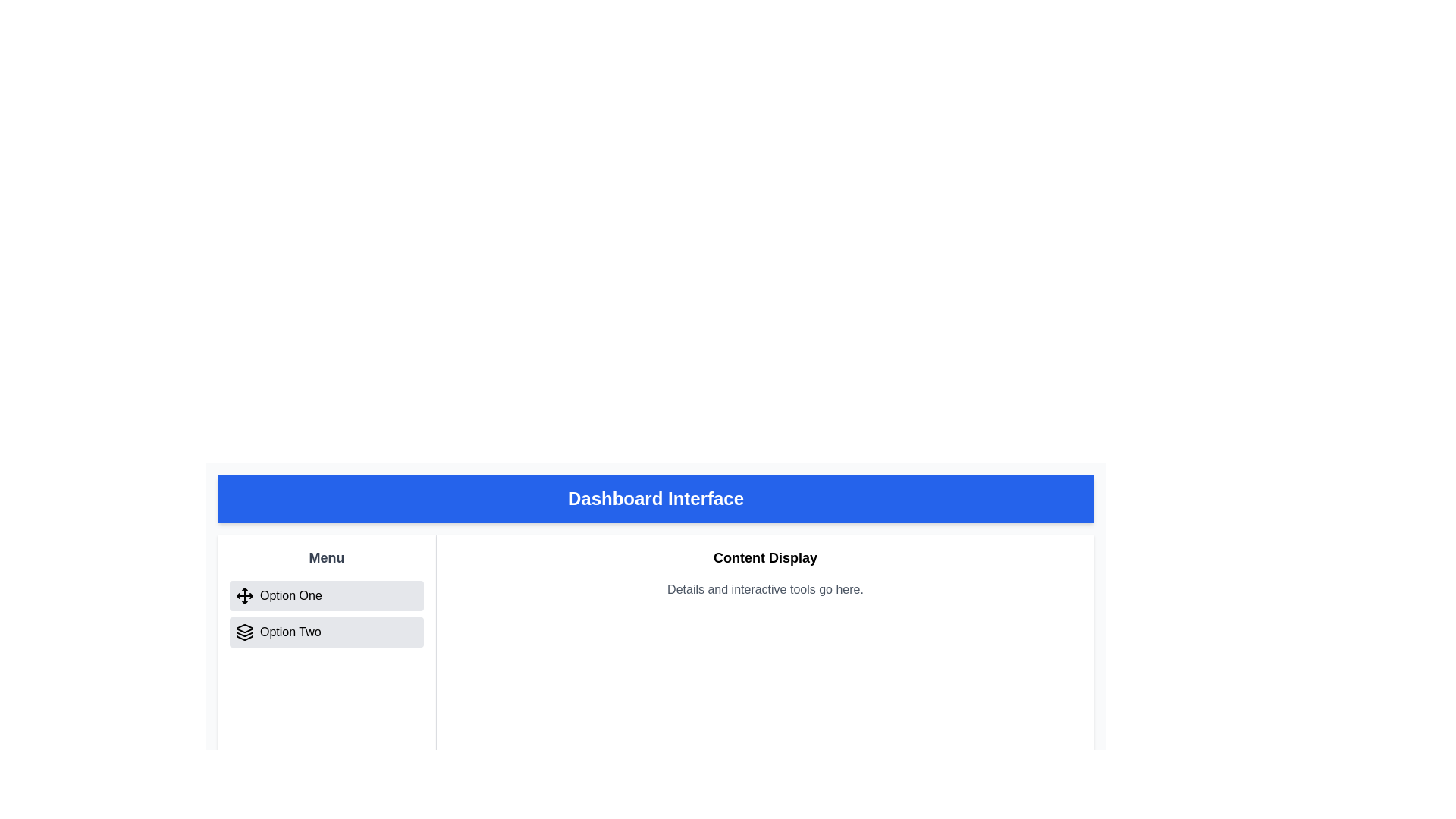  I want to click on the 'Option One' button located in the vertical list of options on the left side of the interface by, so click(326, 595).